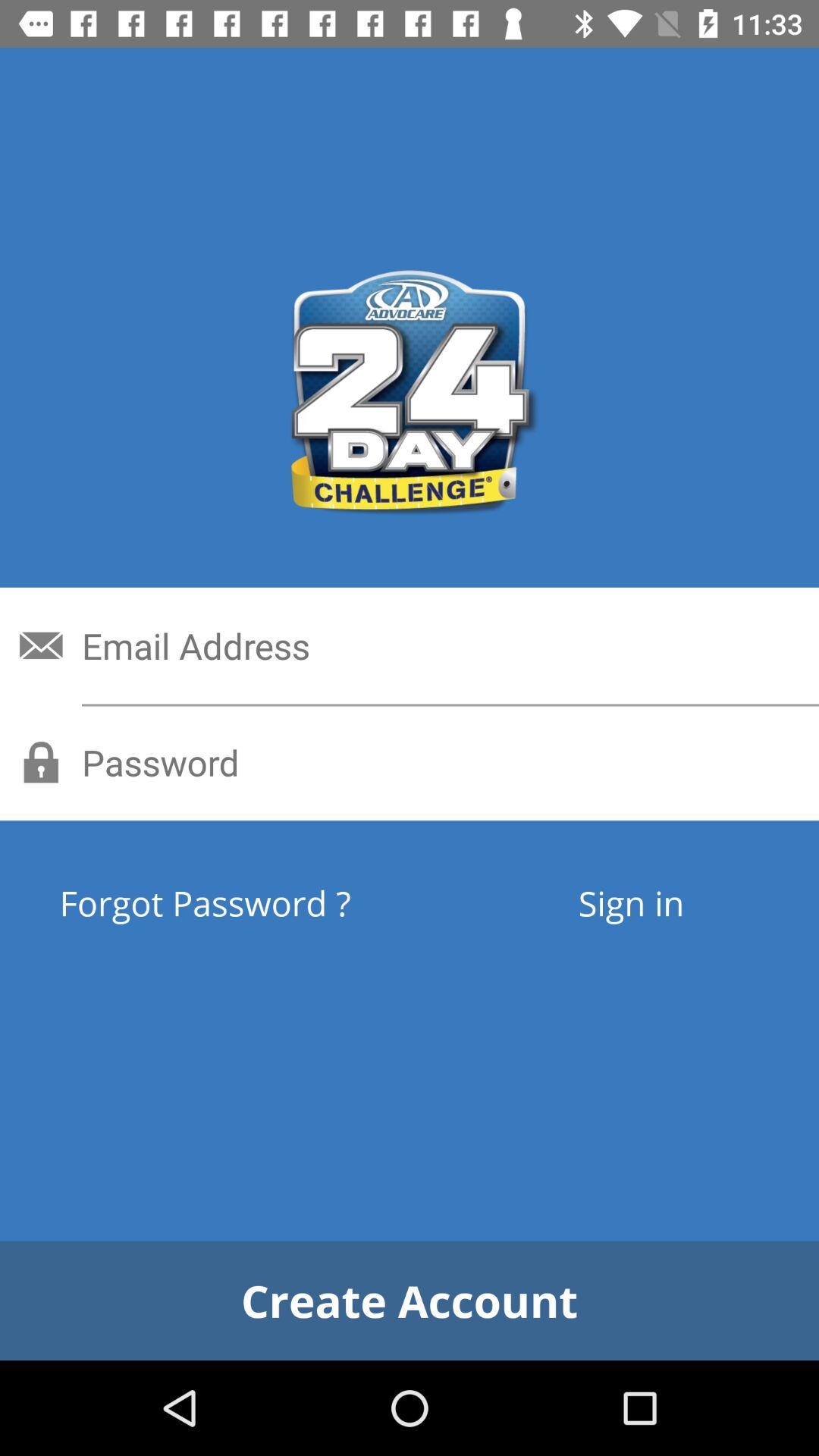 This screenshot has height=1456, width=819. What do you see at coordinates (631, 902) in the screenshot?
I see `item to the right of the forgot password ? icon` at bounding box center [631, 902].